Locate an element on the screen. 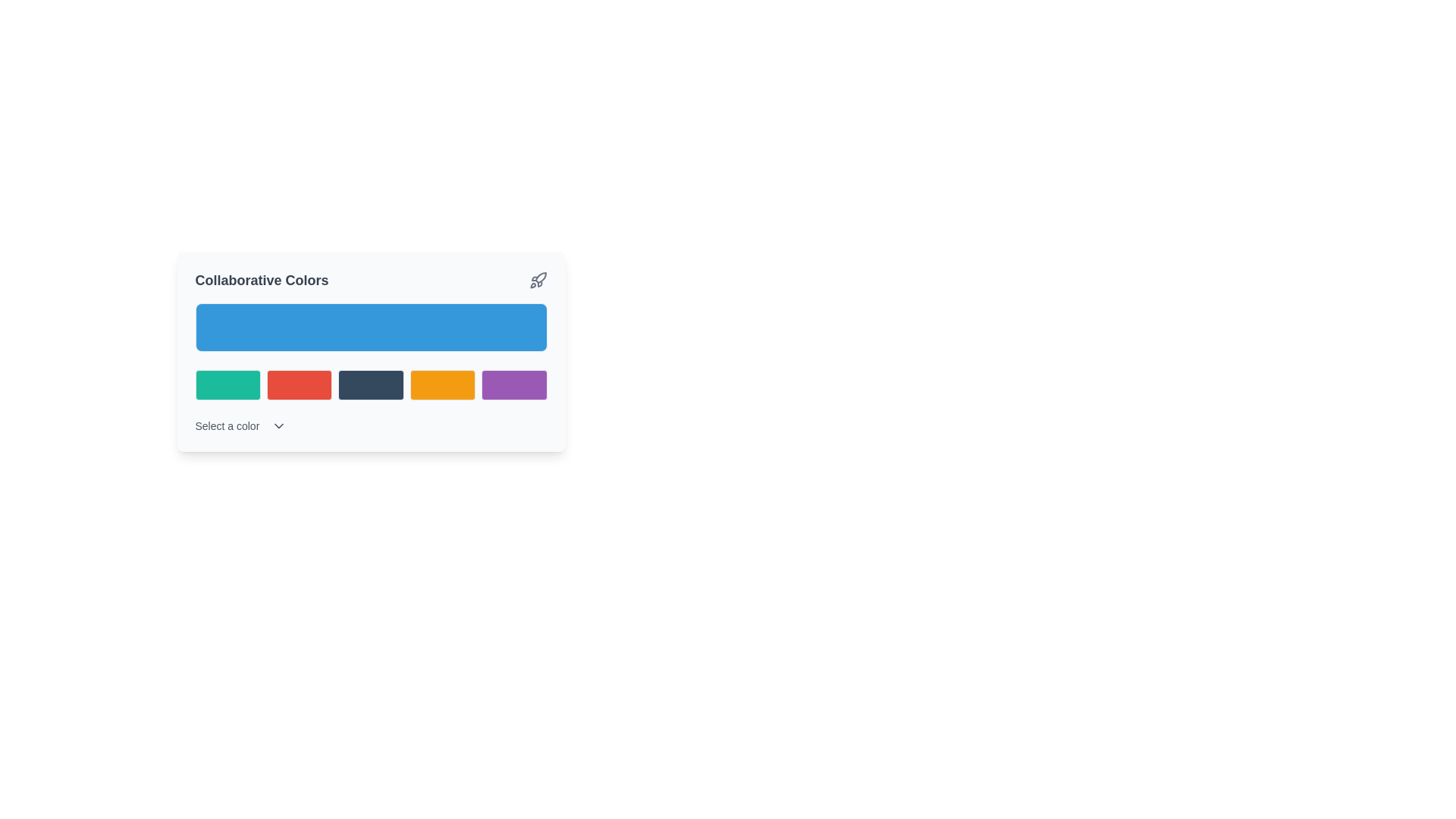 The width and height of the screenshot is (1456, 819). the green button, which is the first button in a horizontal group of five buttons aligned below a blue button and above a dropdown menu labeled 'Select a color' is located at coordinates (227, 384).